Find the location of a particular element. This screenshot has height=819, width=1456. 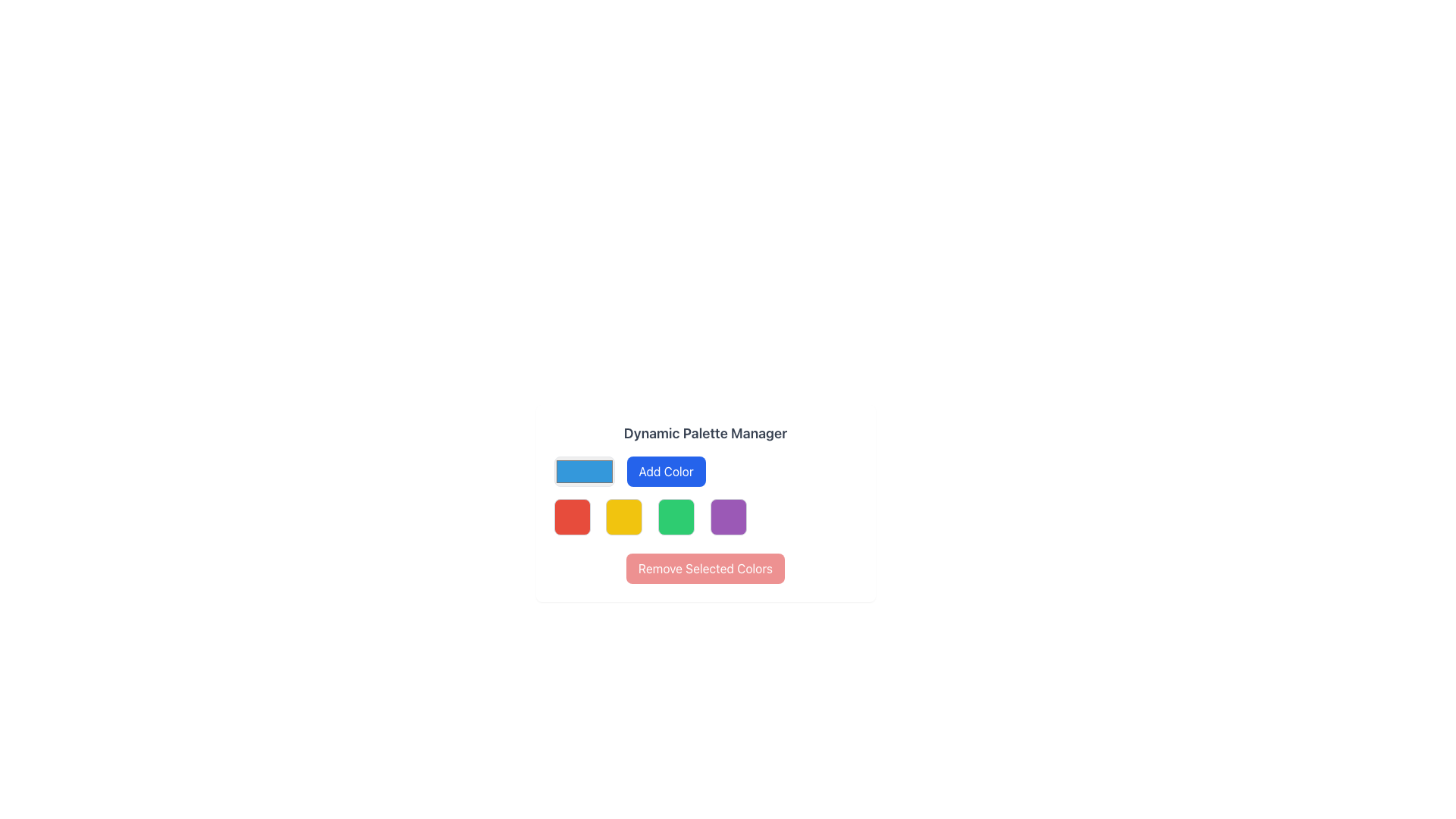

the 'Remove Selected Colors' button, which is a rectangular button with rounded corners and a red background, located at the bottom of the 'Dynamic Palette Manager' interface is located at coordinates (704, 568).